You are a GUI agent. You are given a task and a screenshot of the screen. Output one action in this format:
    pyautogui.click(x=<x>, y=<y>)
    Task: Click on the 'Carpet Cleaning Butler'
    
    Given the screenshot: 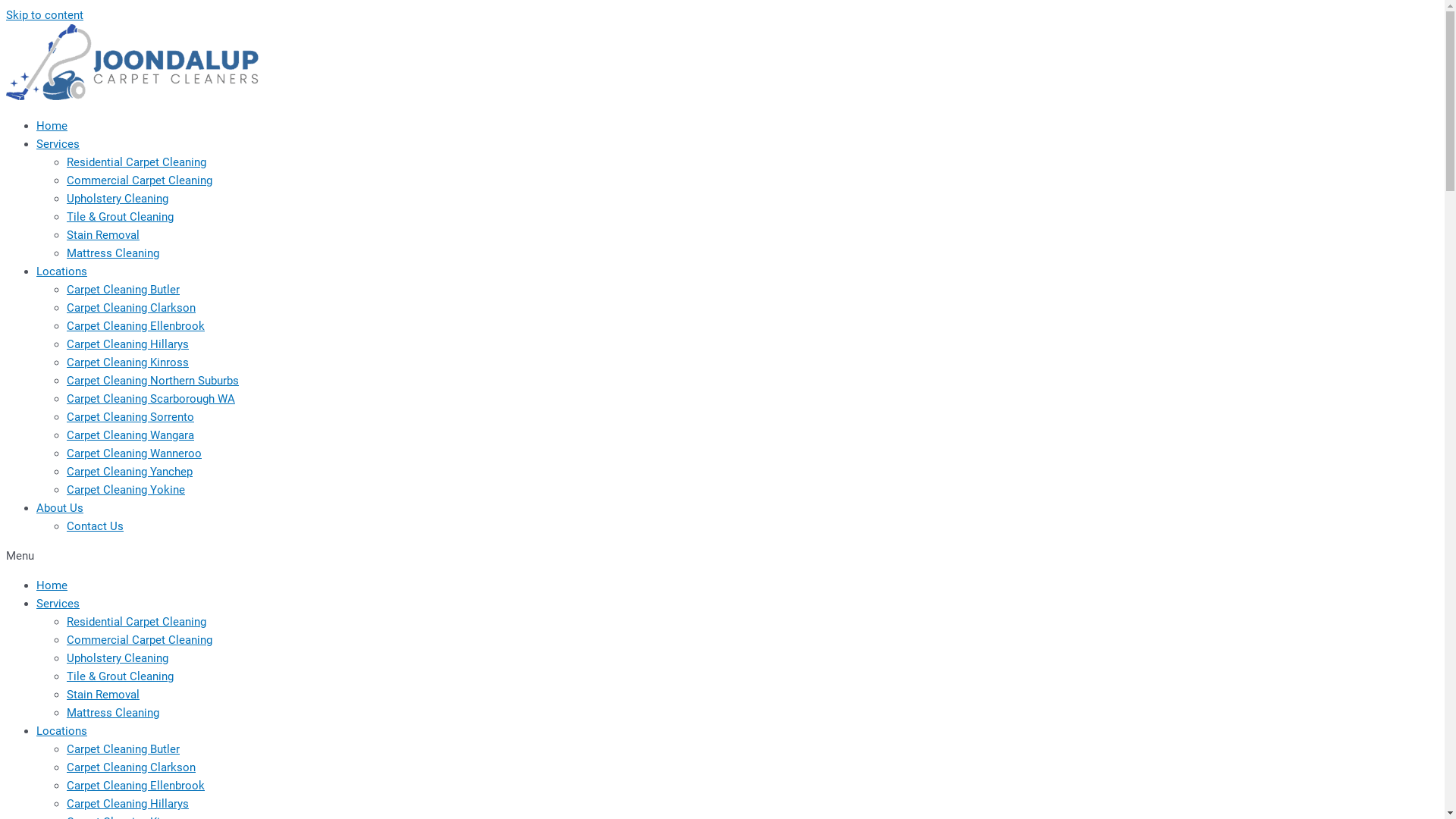 What is the action you would take?
    pyautogui.click(x=123, y=289)
    